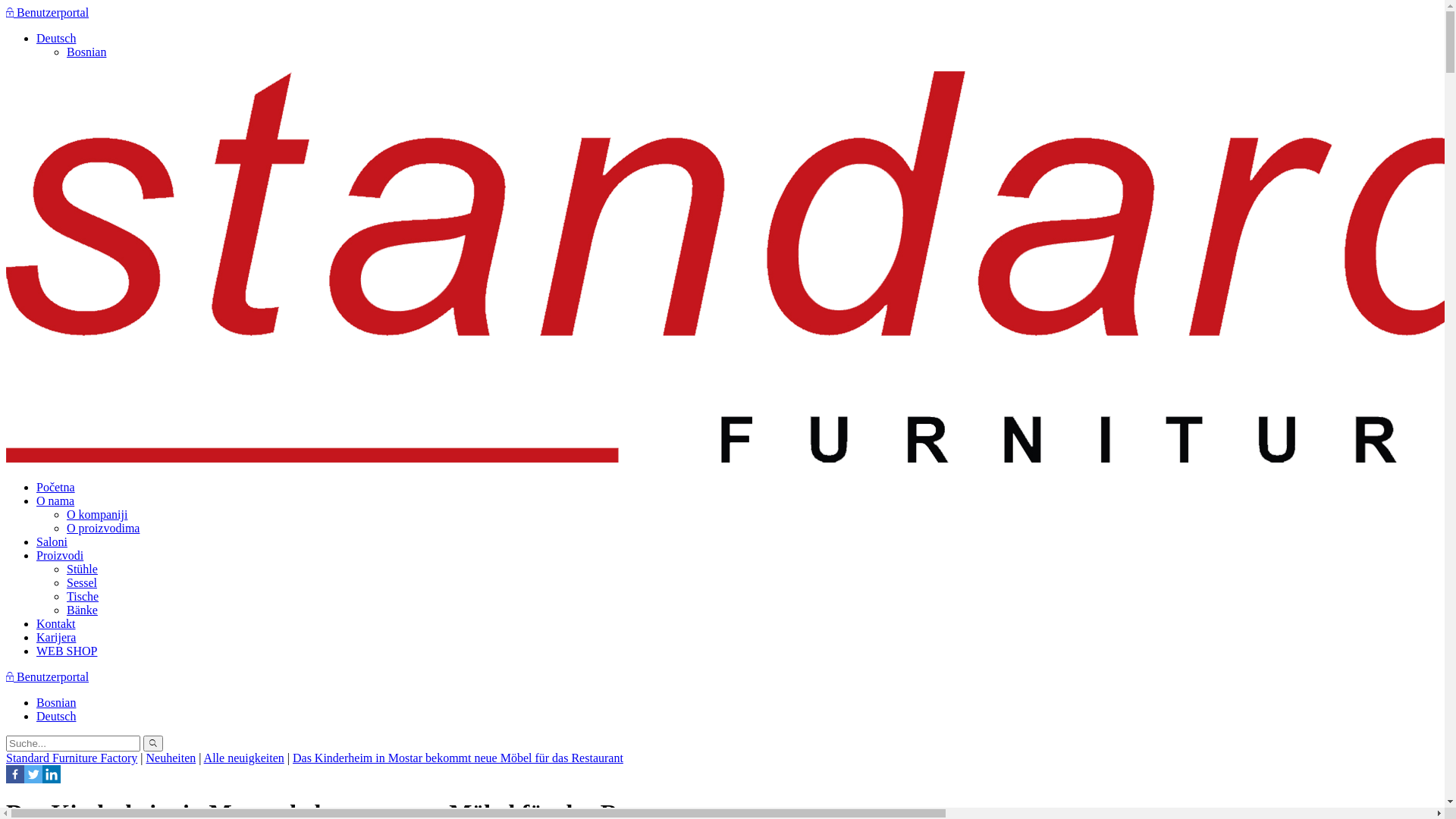 The width and height of the screenshot is (1456, 819). Describe the element at coordinates (36, 500) in the screenshot. I see `'O nama'` at that location.